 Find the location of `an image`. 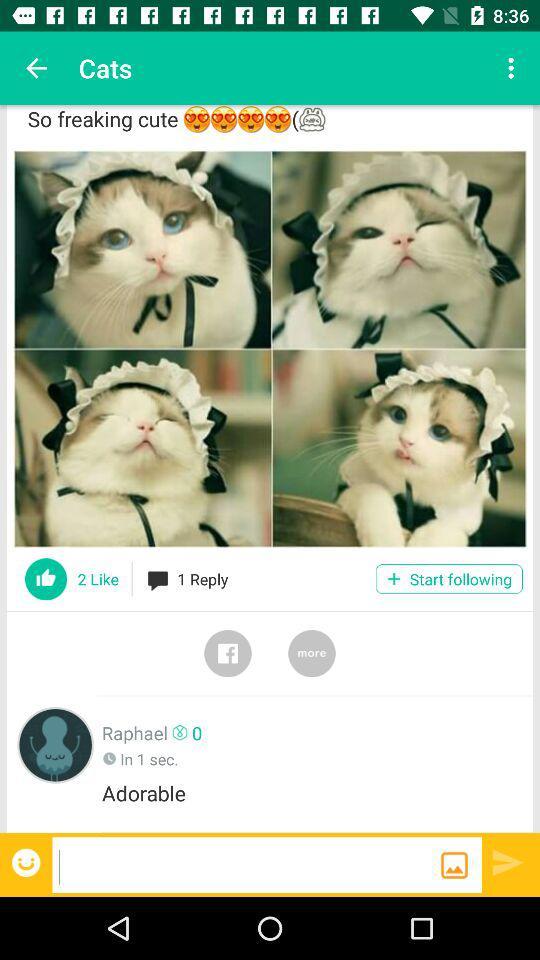

an image is located at coordinates (454, 864).